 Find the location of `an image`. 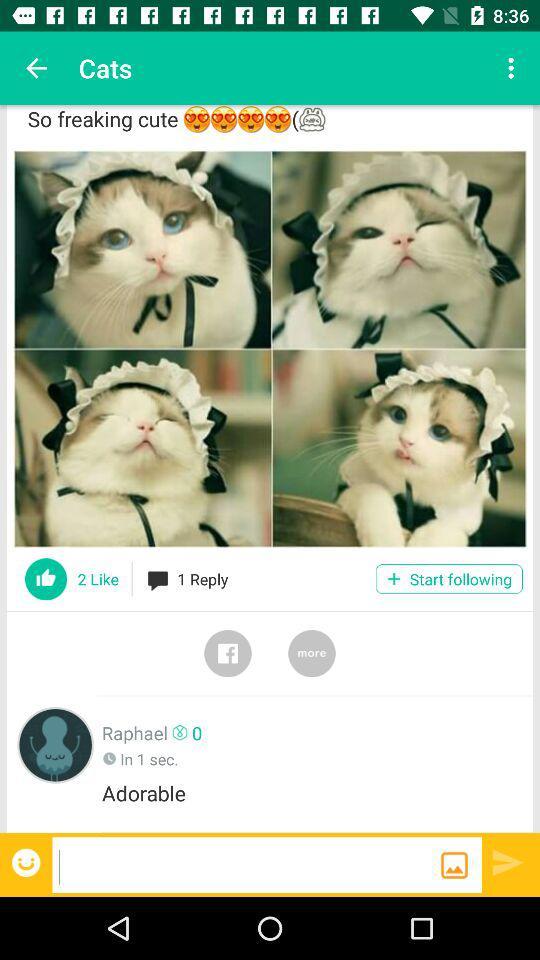

an image is located at coordinates (454, 864).